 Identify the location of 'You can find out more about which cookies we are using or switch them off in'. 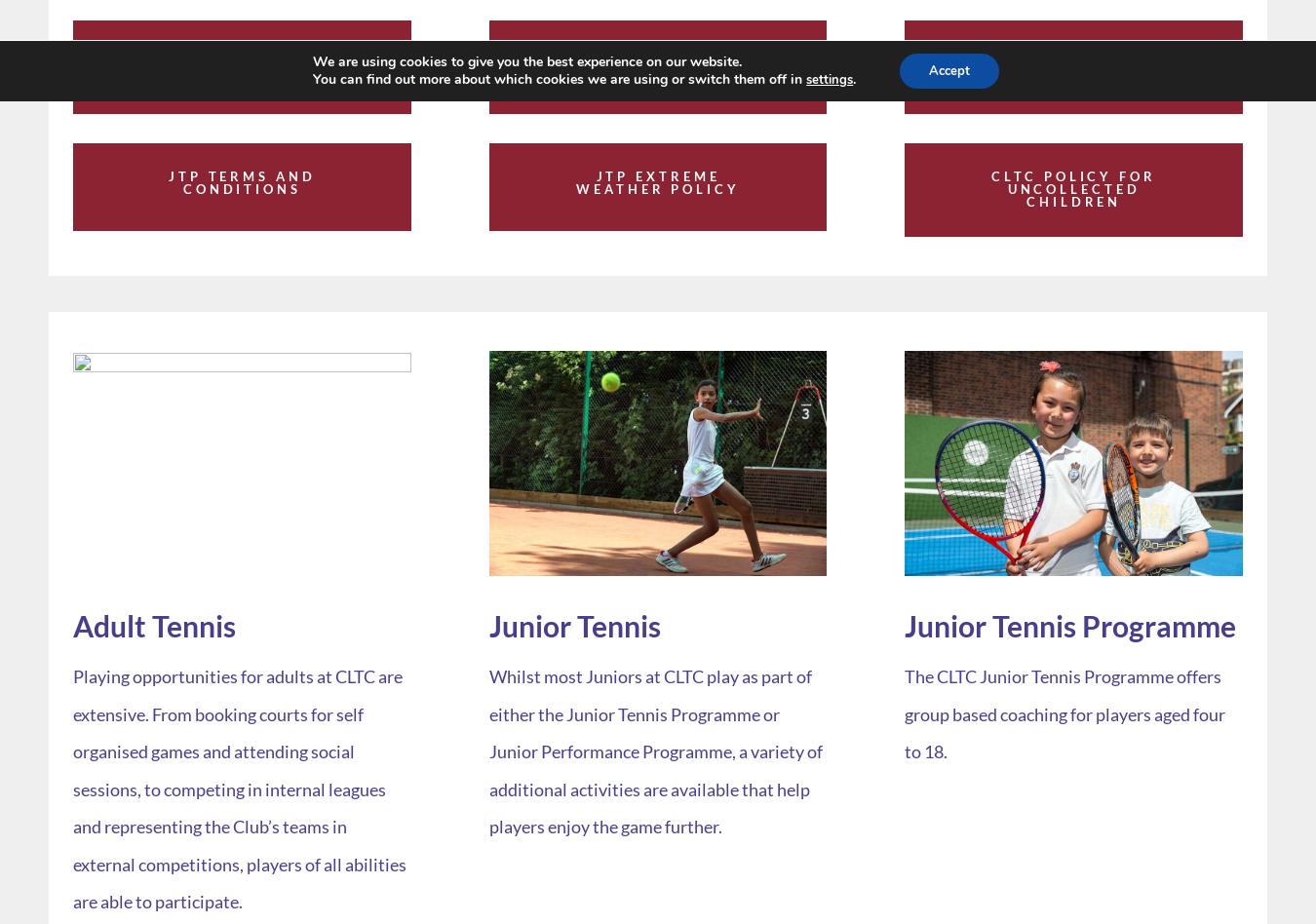
(560, 78).